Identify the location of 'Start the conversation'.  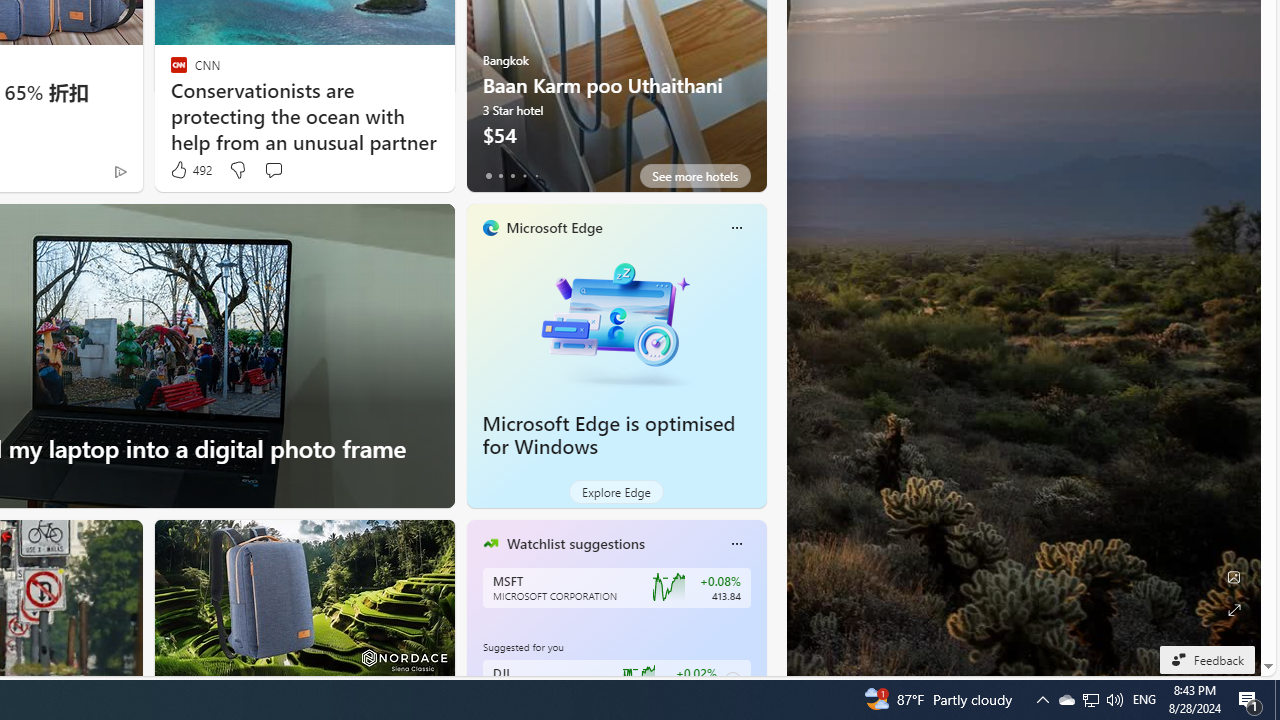
(272, 168).